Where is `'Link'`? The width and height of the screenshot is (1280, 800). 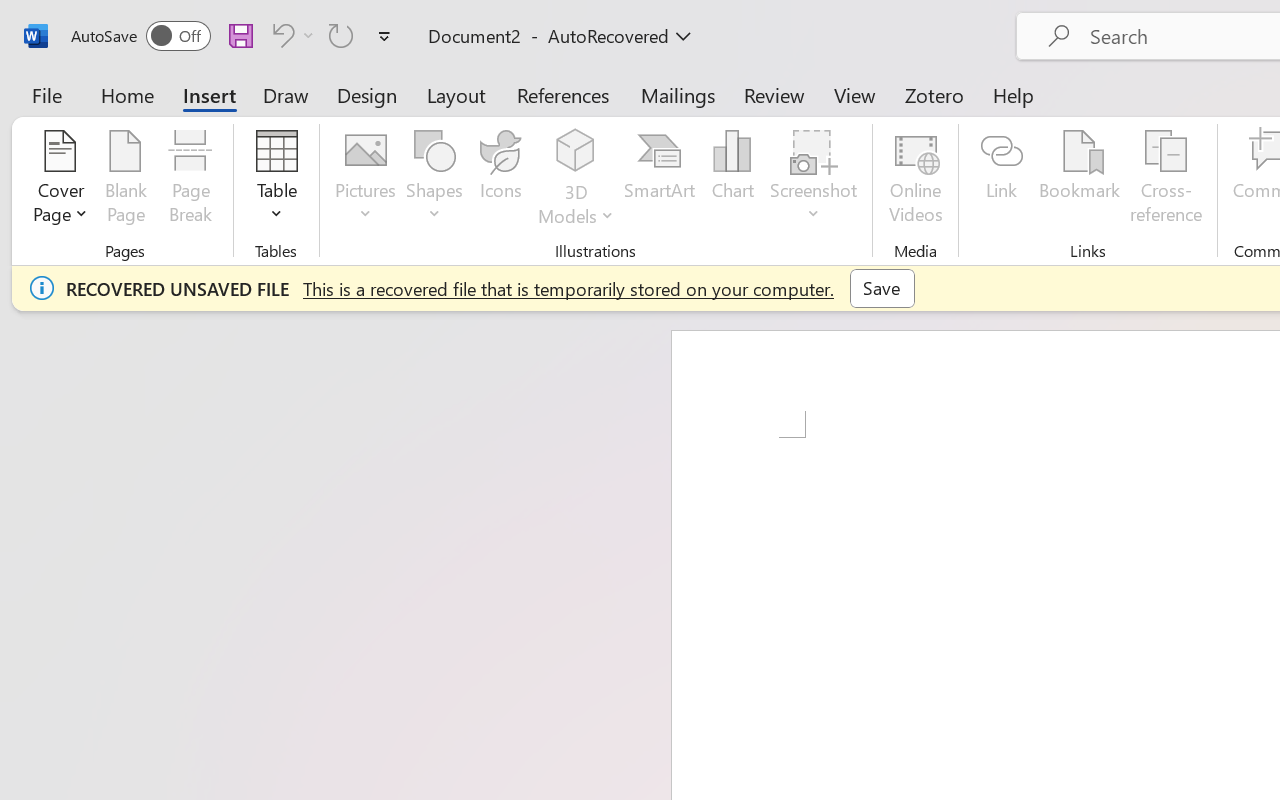
'Link' is located at coordinates (1002, 179).